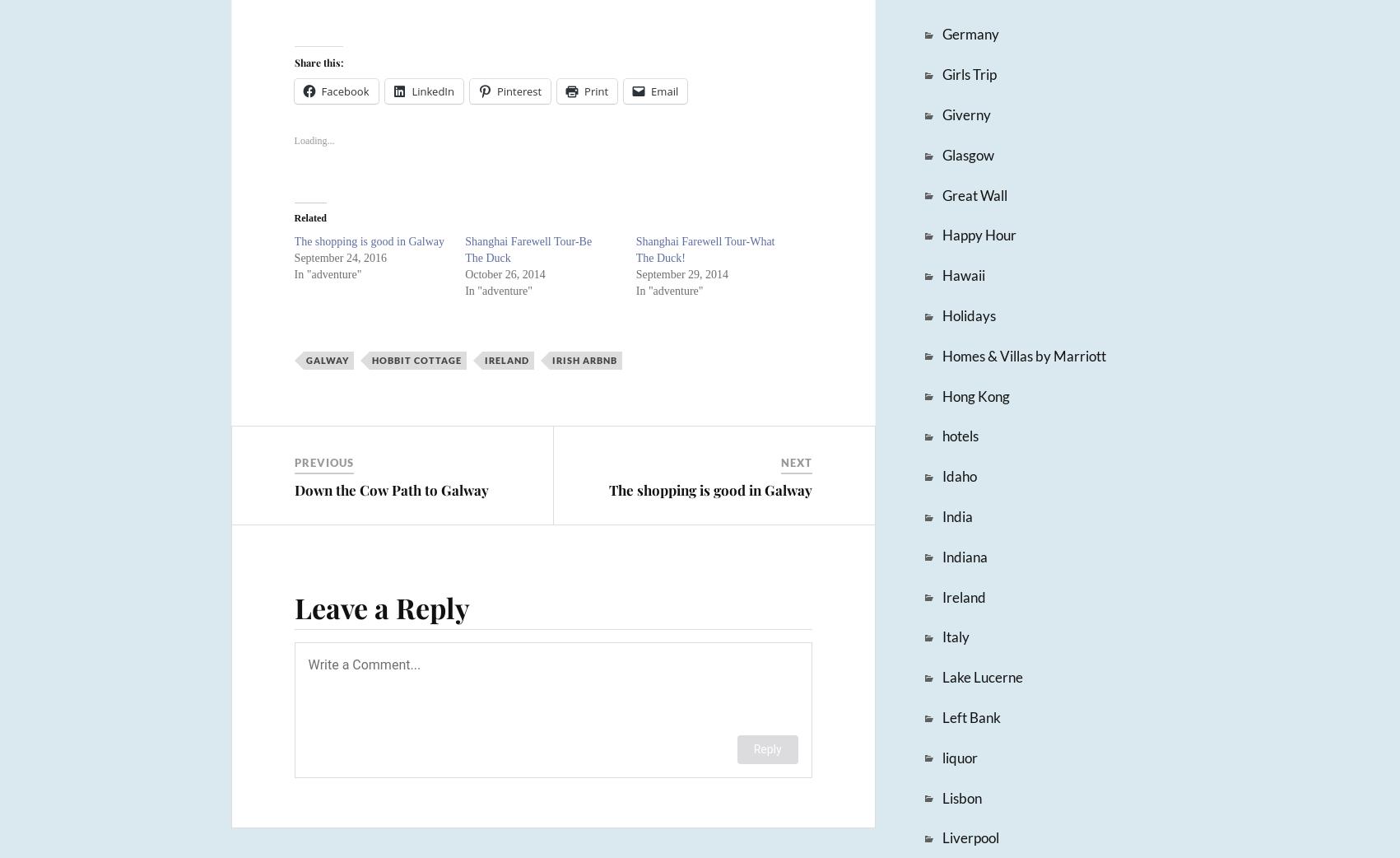  I want to click on 'Germany', so click(940, 33).